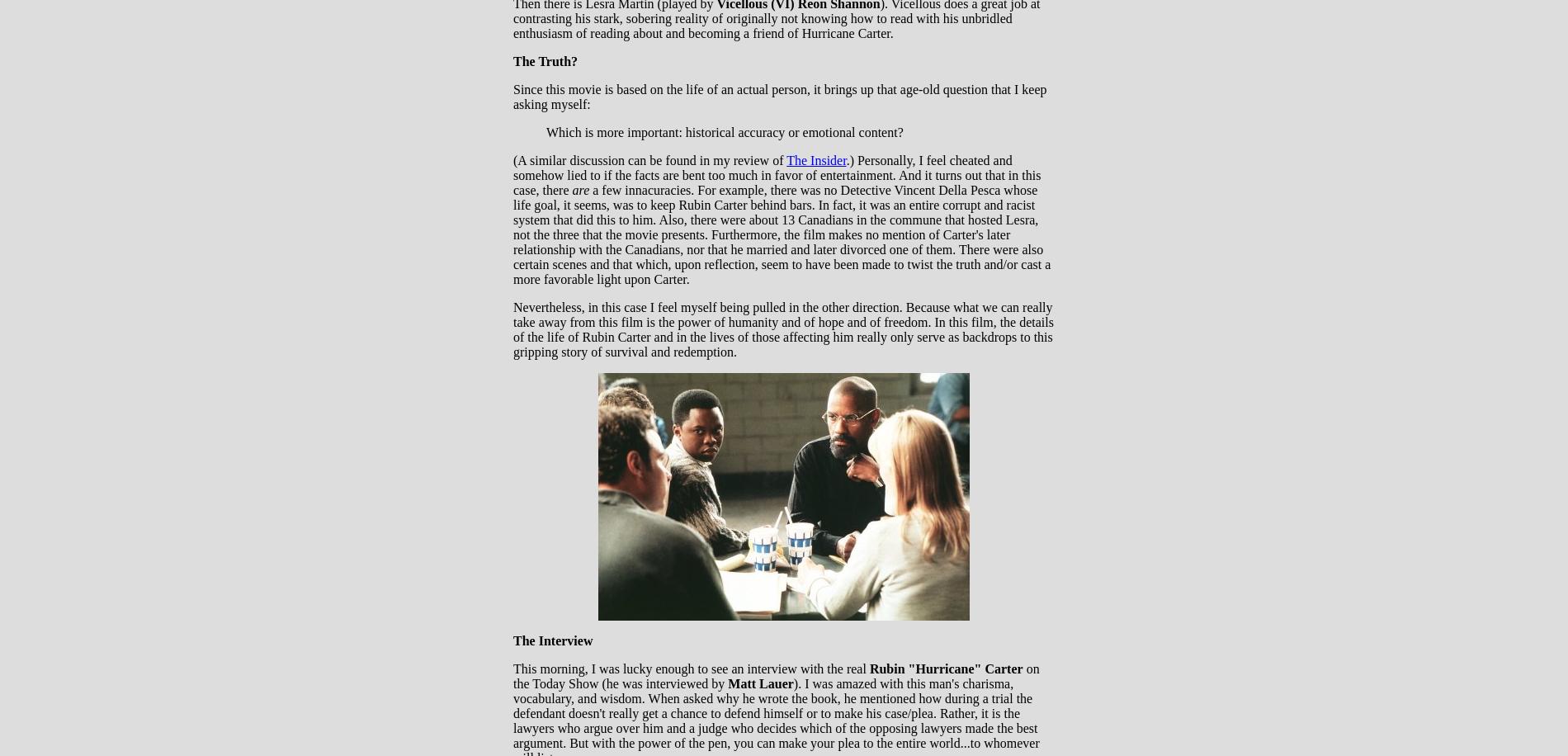 The width and height of the screenshot is (1568, 756). Describe the element at coordinates (779, 97) in the screenshot. I see `'Since this movie is based on the life of an actual person, it brings up that age-old question that I keep asking myself:'` at that location.